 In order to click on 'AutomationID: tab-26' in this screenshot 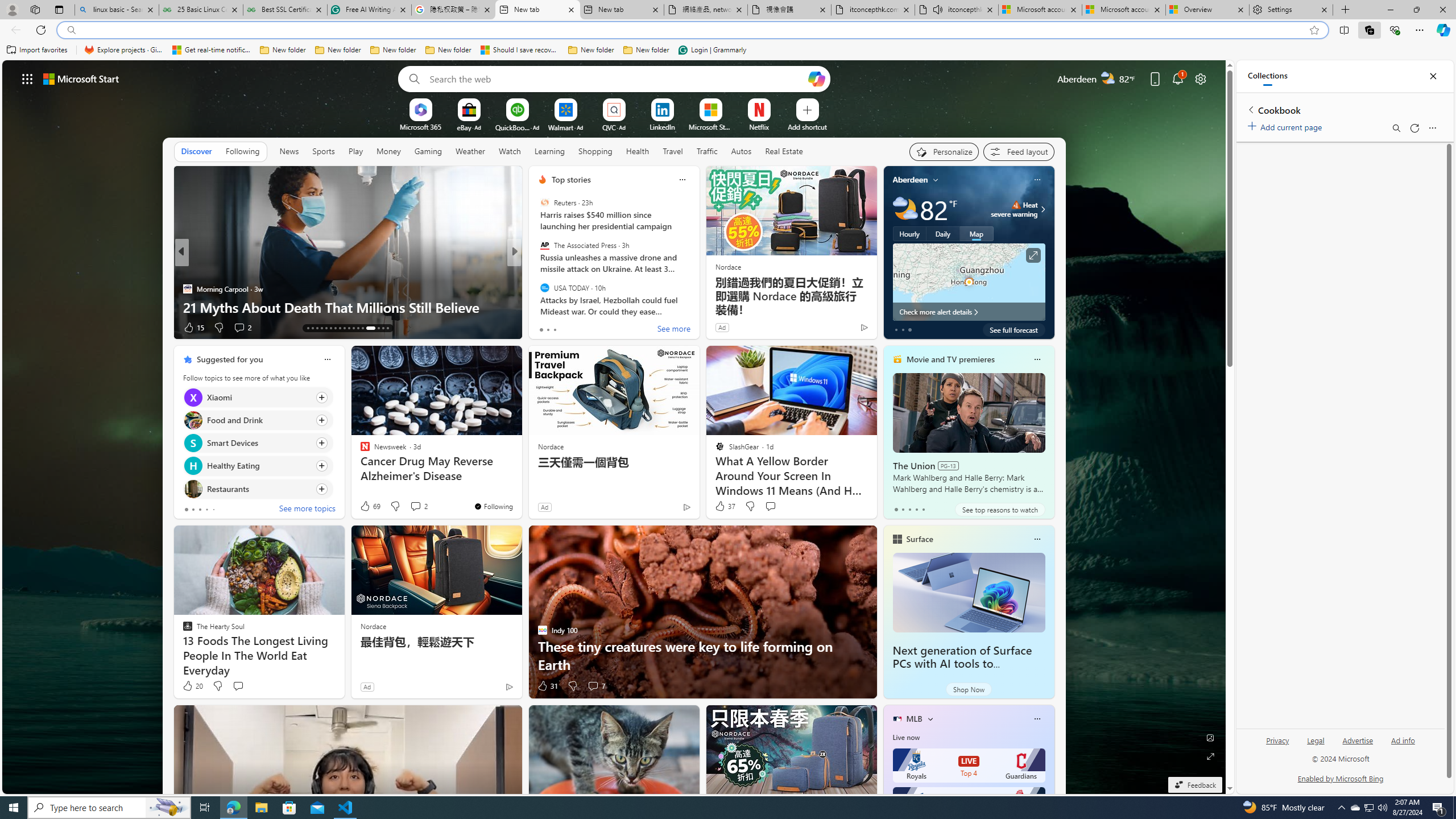, I will do `click(366, 328)`.